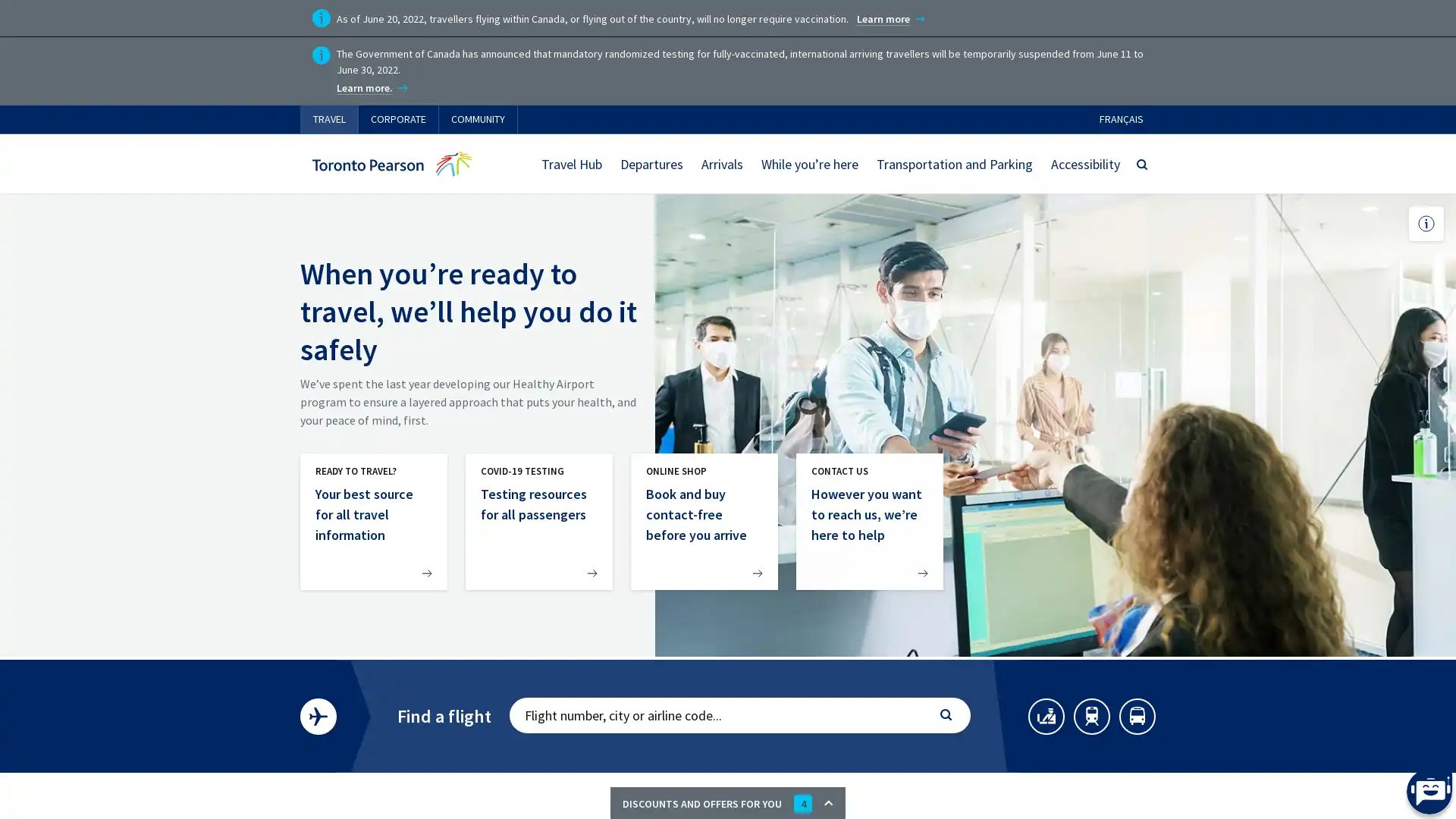 This screenshot has height=819, width=1456. Describe the element at coordinates (1137, 716) in the screenshot. I see `BUSES` at that location.